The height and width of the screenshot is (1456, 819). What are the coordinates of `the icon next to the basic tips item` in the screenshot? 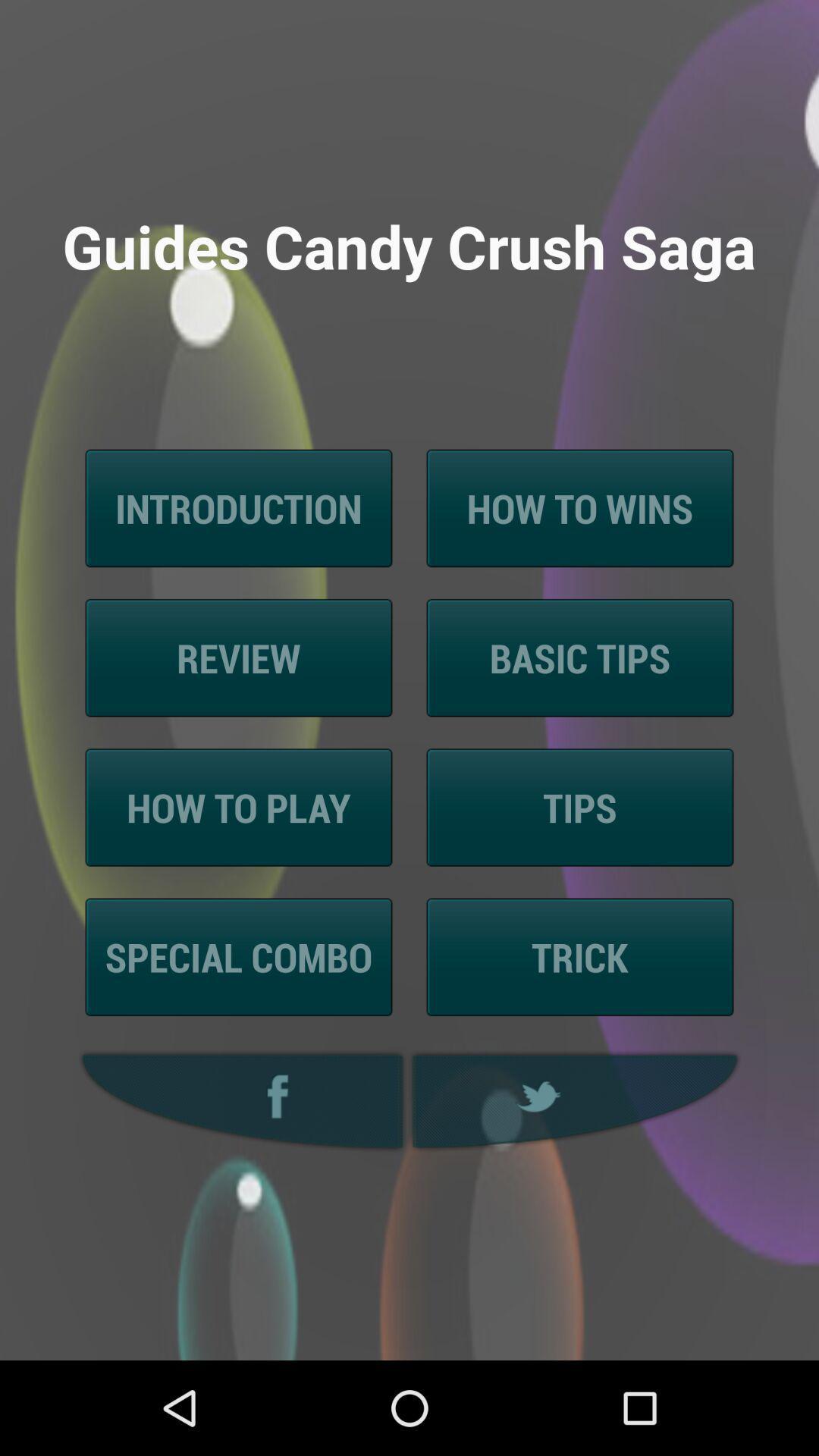 It's located at (239, 657).